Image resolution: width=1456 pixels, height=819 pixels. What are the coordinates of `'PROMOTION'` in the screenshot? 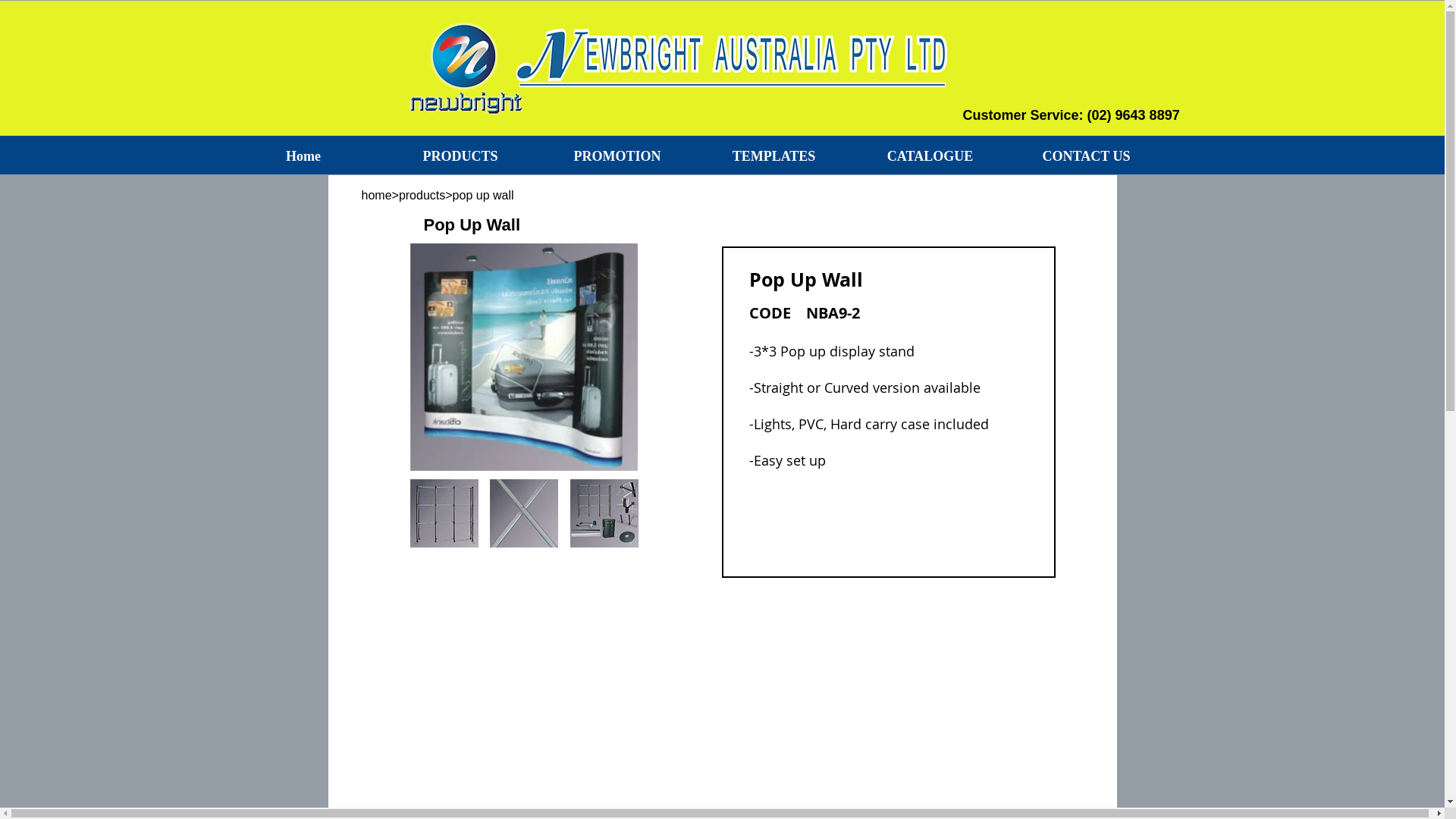 It's located at (617, 155).